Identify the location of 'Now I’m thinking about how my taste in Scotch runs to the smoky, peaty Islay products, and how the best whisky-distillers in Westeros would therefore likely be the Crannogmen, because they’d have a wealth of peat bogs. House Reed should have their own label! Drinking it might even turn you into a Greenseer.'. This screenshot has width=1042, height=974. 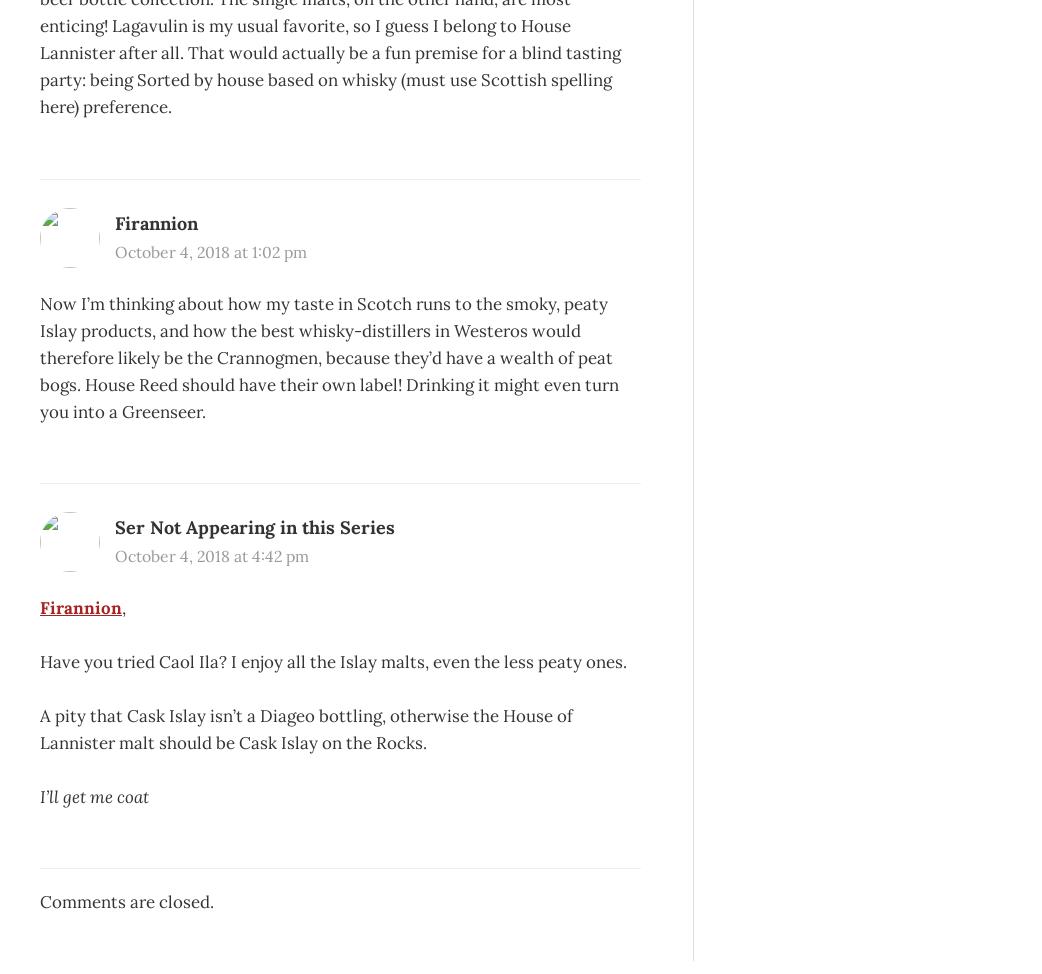
(329, 356).